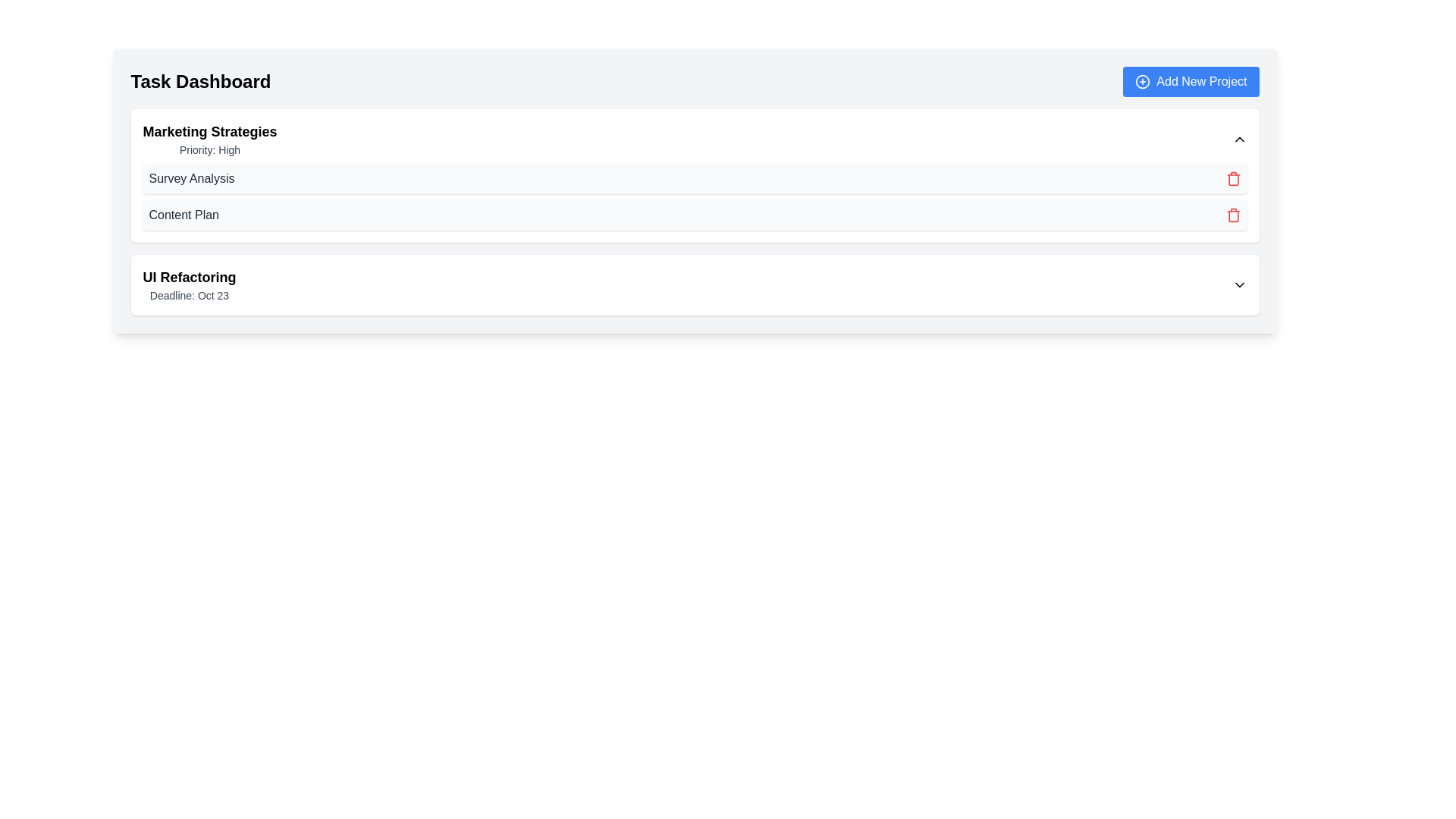 The width and height of the screenshot is (1456, 819). I want to click on the Header text displaying 'Task Dashboard', which is styled in bold and positioned at the top-left area of the interface, before the 'Add New Project' button, so click(199, 82).